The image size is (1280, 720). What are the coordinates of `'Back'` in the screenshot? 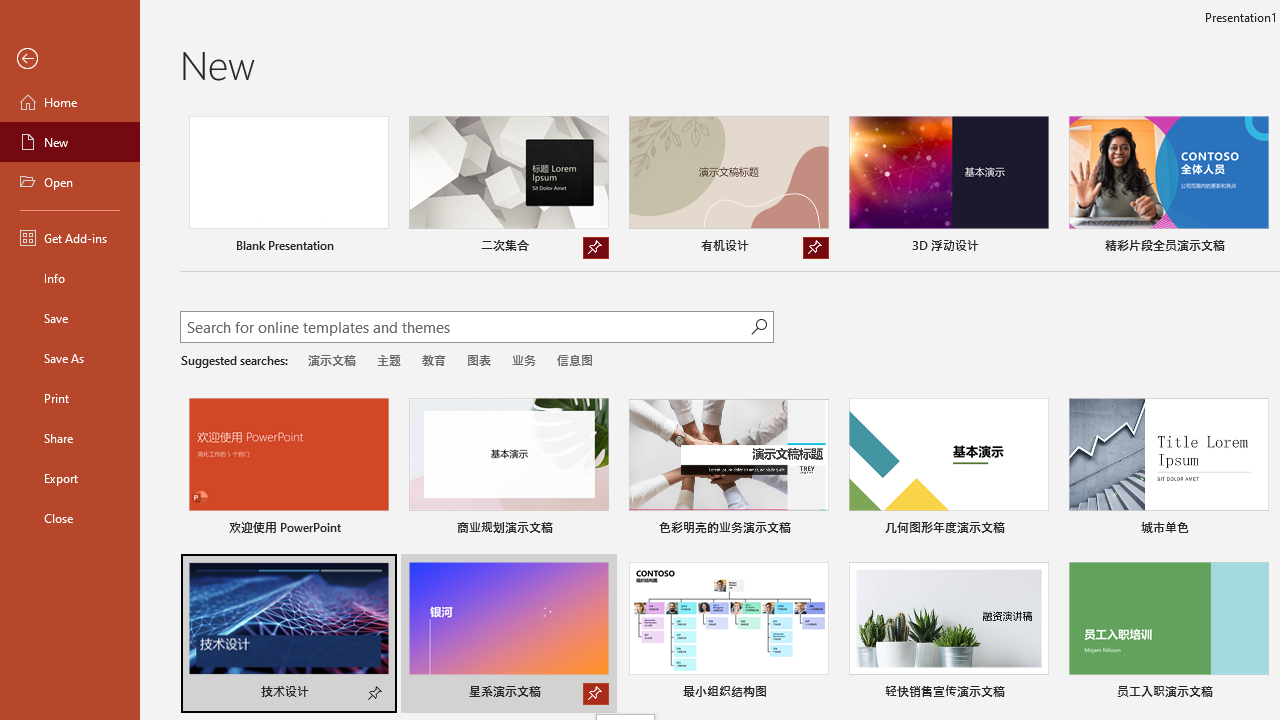 It's located at (69, 58).